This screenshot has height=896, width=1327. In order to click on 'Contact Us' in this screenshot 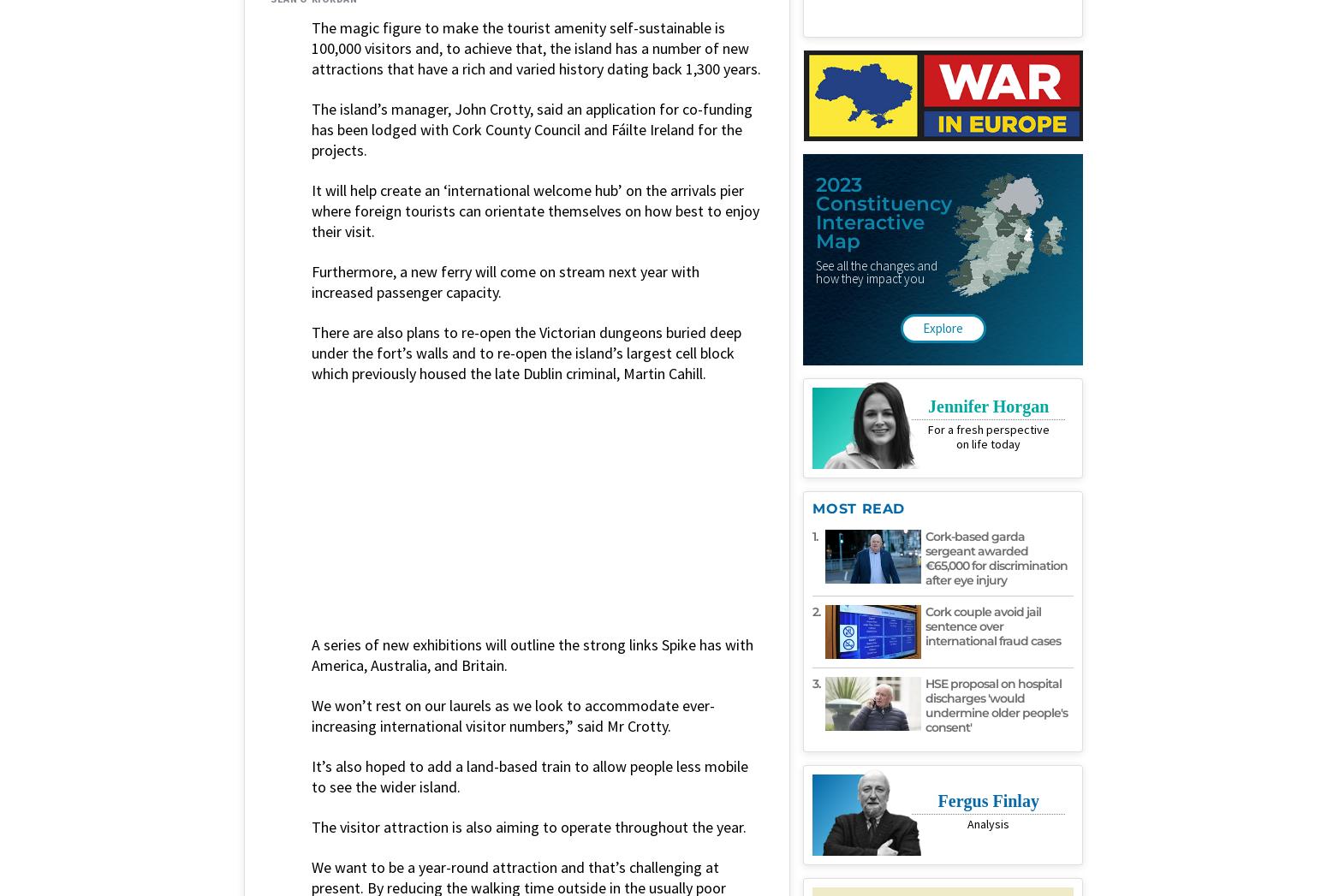, I will do `click(794, 666)`.